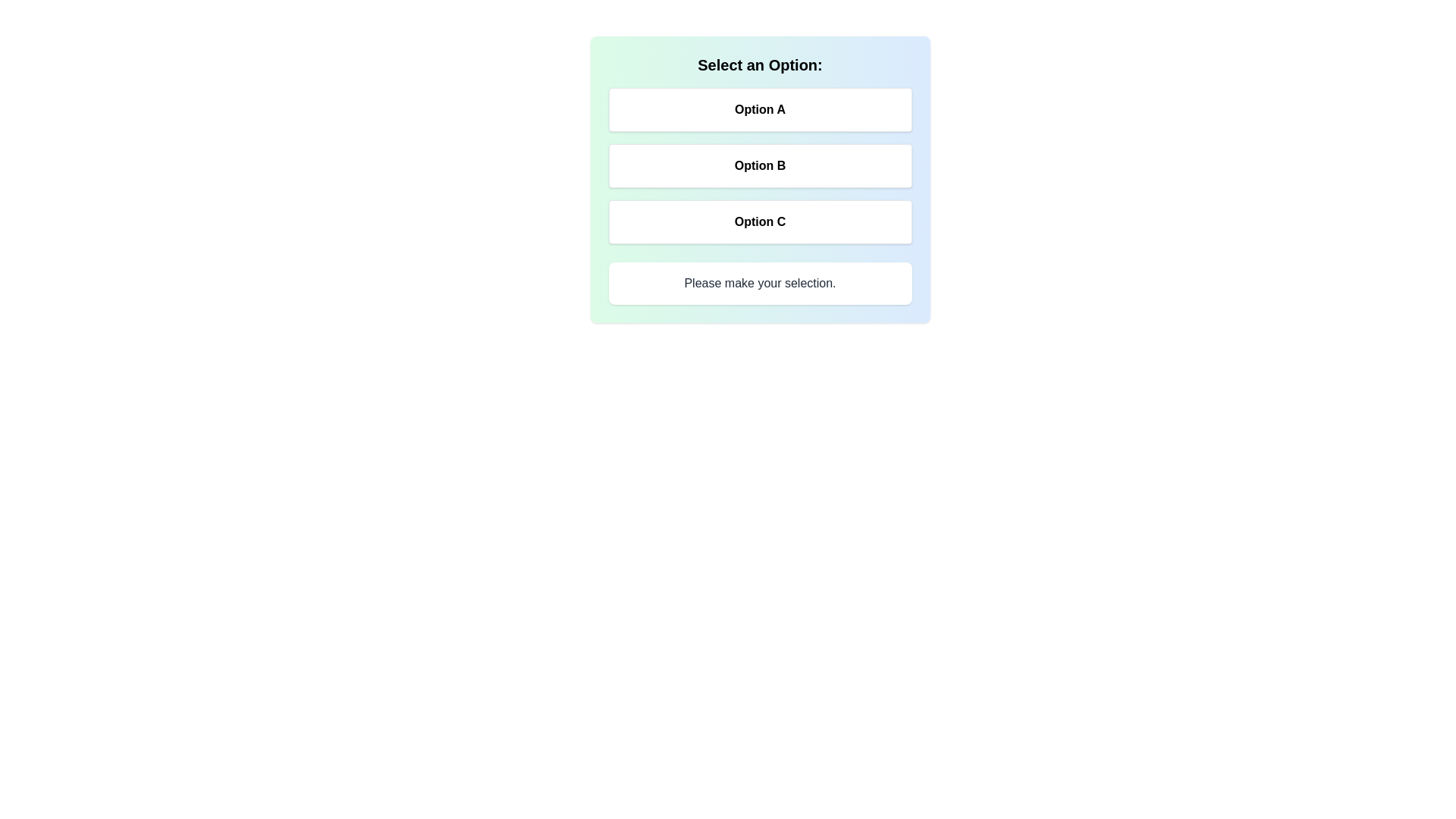 This screenshot has width=1456, height=819. I want to click on the button labeled 'Option A', which is the first selectable option among three vertically aligned options under the heading 'Select an Option:', so click(760, 109).